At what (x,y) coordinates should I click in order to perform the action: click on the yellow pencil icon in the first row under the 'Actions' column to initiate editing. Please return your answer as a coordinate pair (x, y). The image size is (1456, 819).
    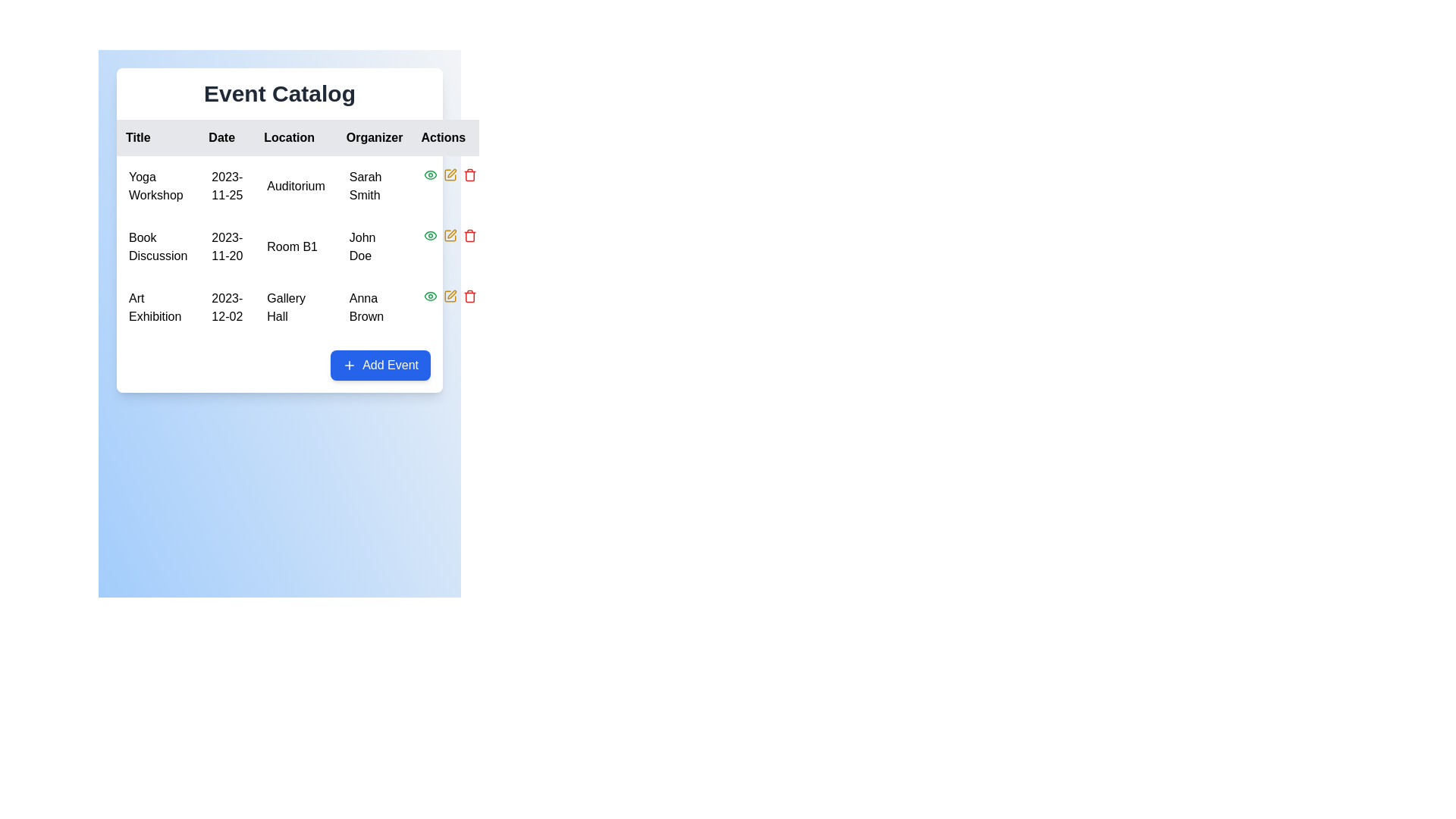
    Looking at the image, I should click on (450, 174).